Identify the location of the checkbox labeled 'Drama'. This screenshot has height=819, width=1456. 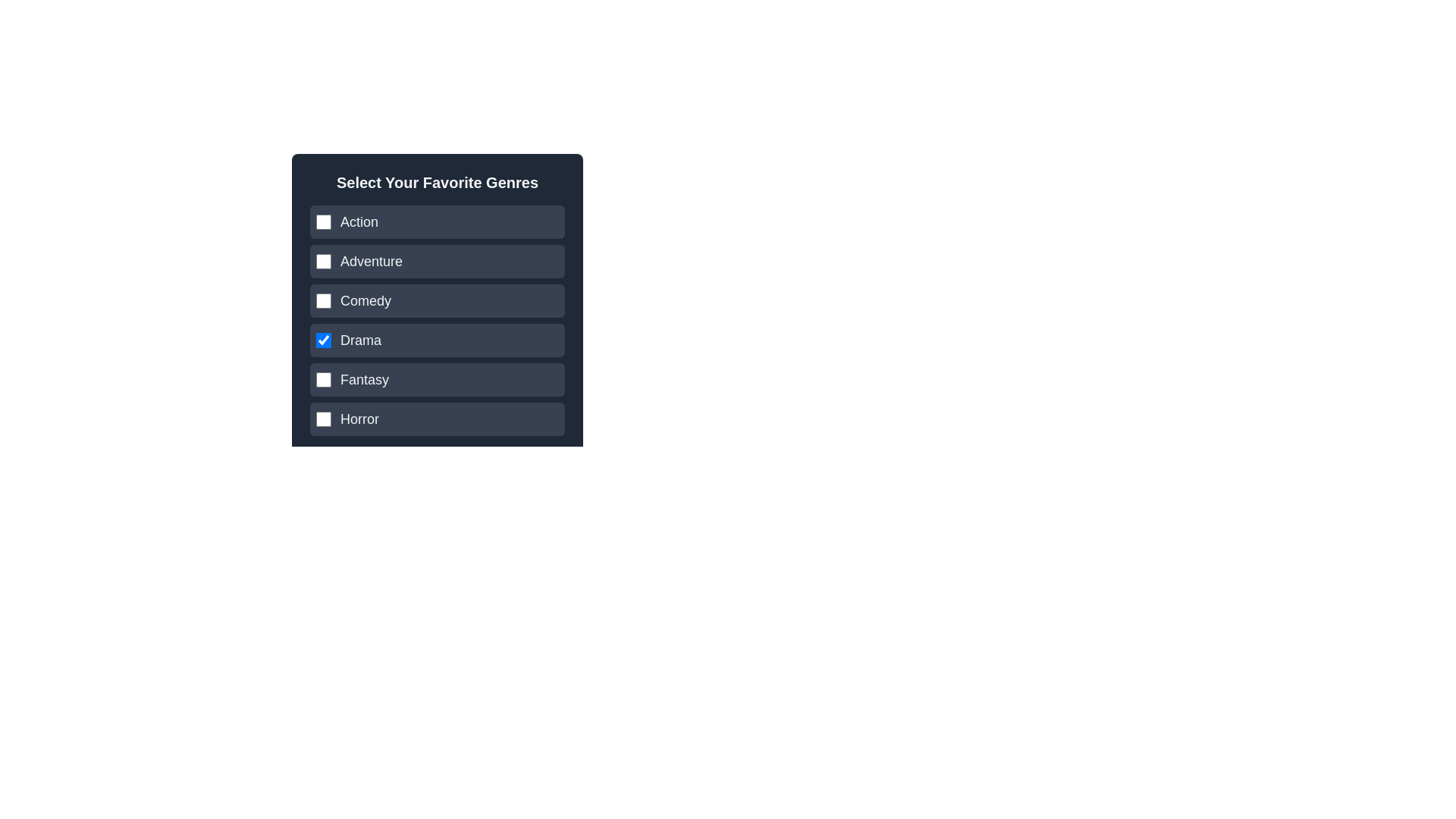
(436, 324).